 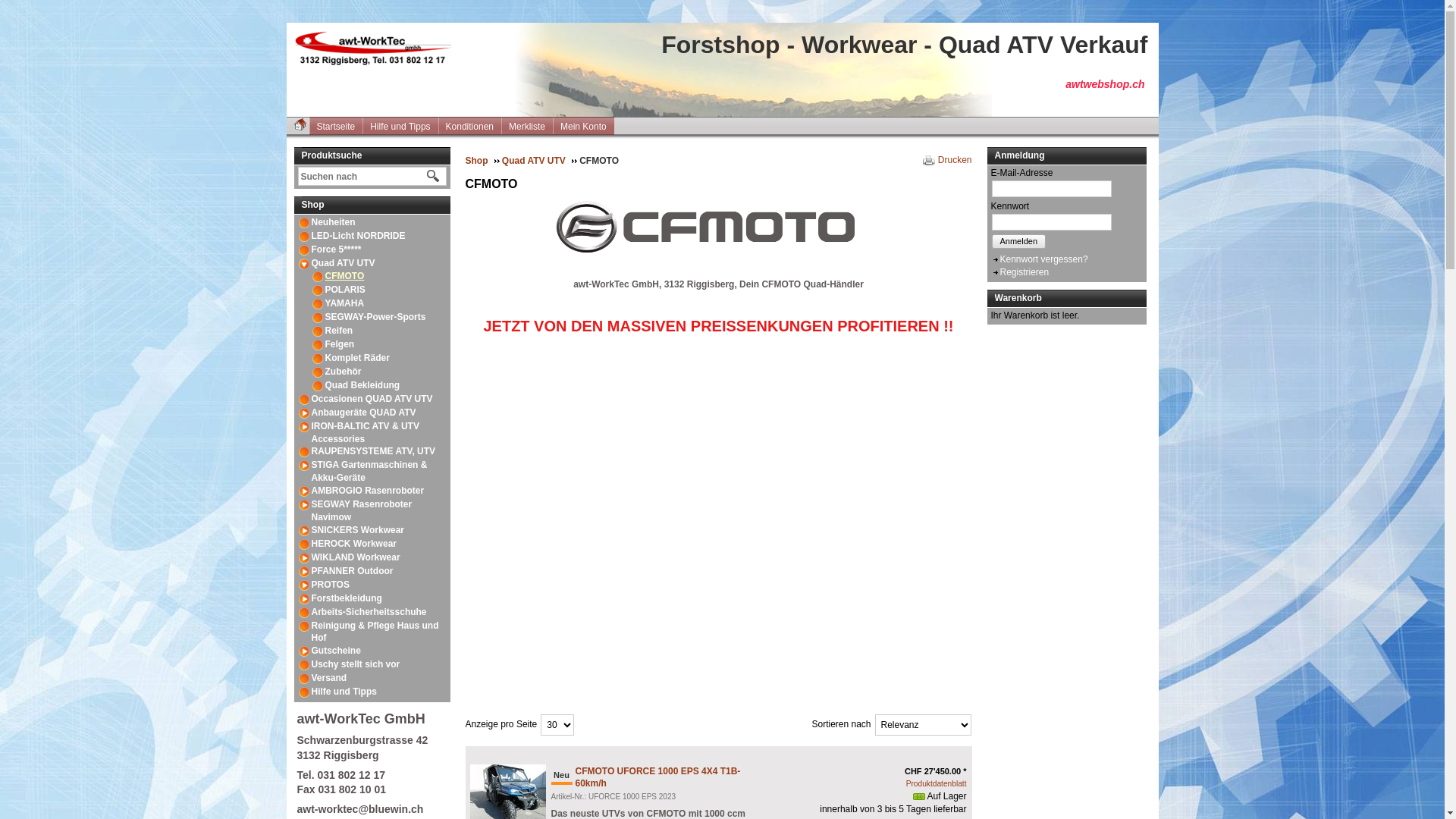 I want to click on 'Versand', so click(x=328, y=677).